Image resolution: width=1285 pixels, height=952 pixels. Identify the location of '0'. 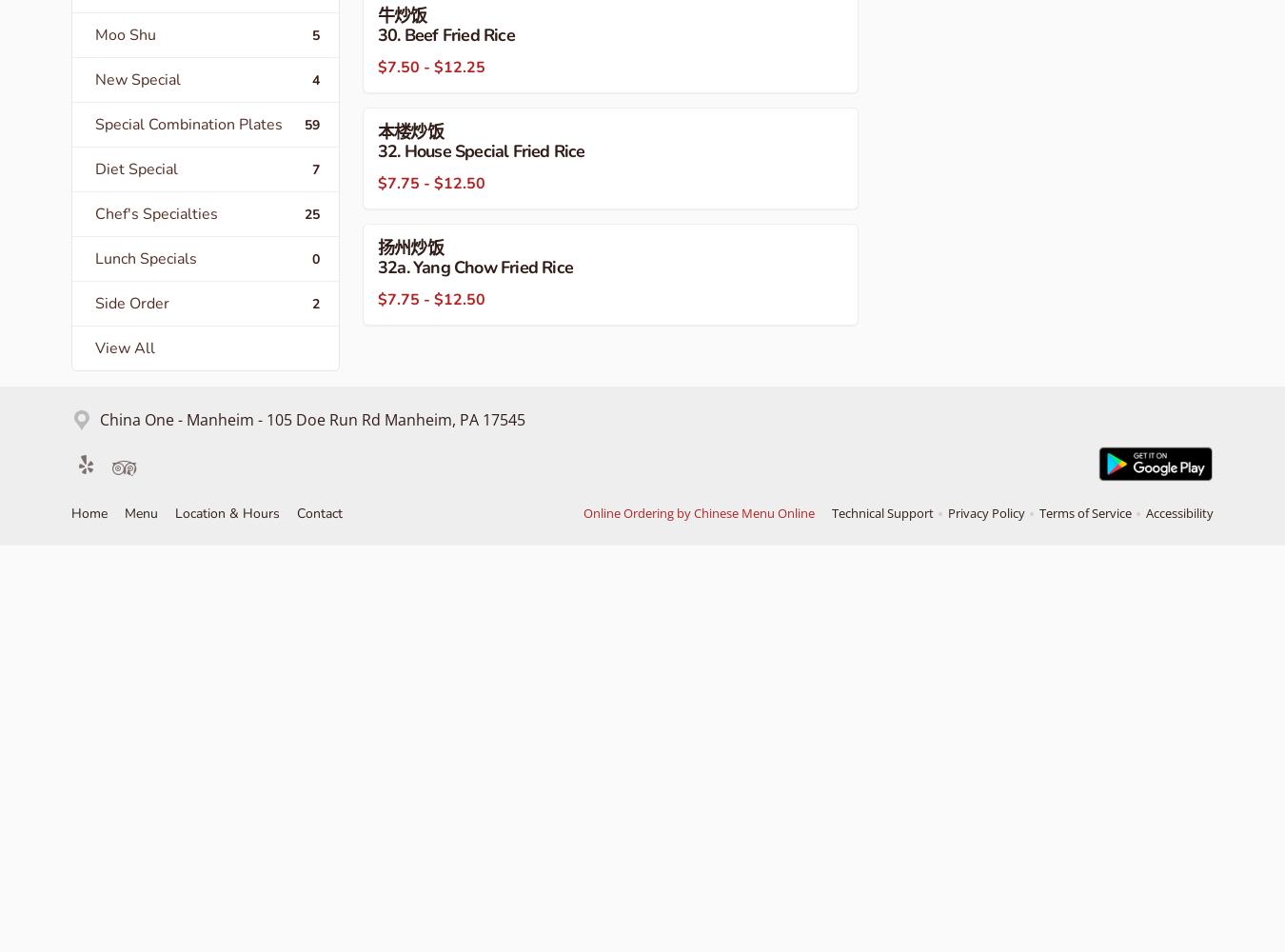
(311, 258).